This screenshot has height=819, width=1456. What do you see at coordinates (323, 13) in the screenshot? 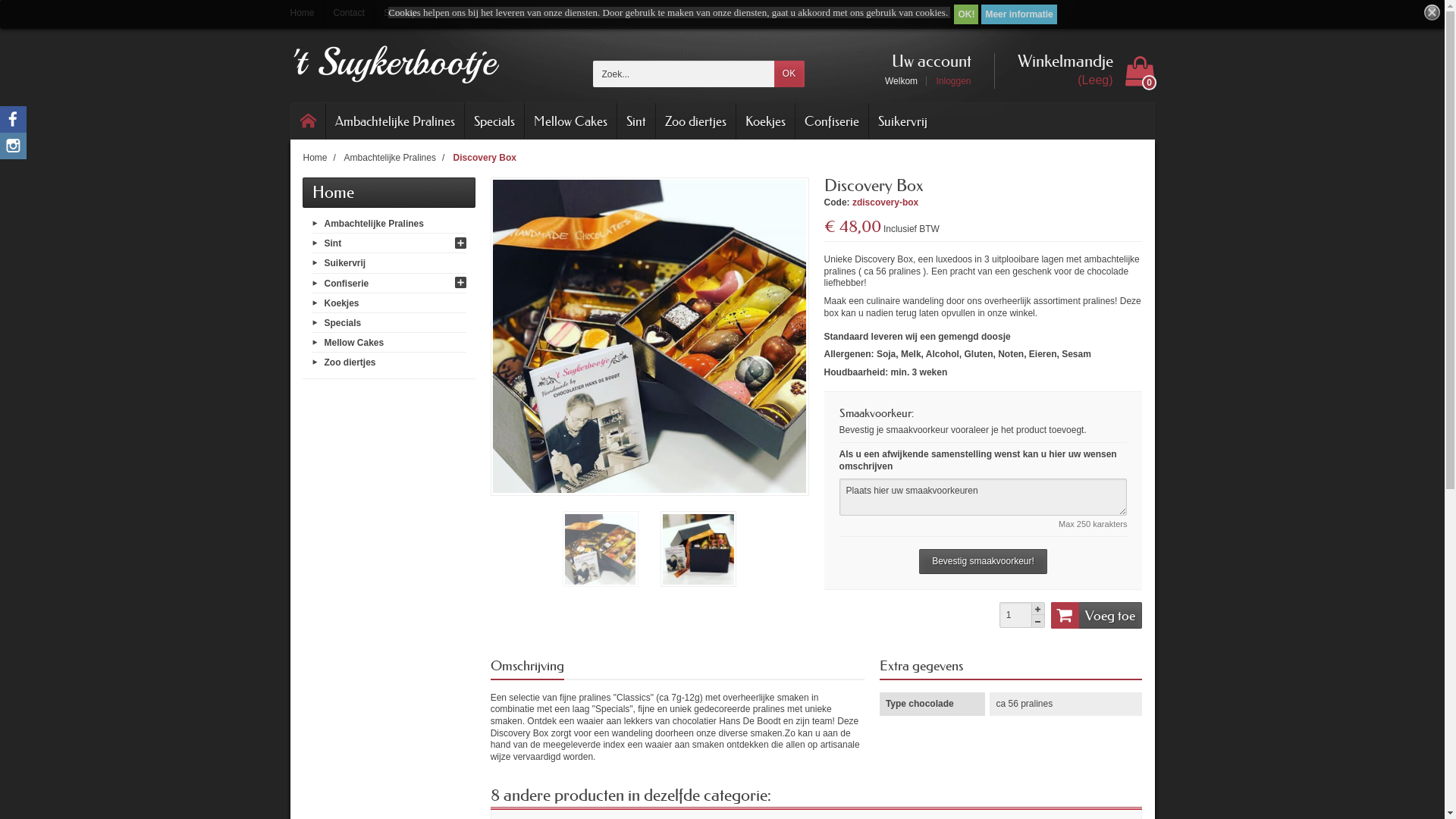
I see `'Contact'` at bounding box center [323, 13].